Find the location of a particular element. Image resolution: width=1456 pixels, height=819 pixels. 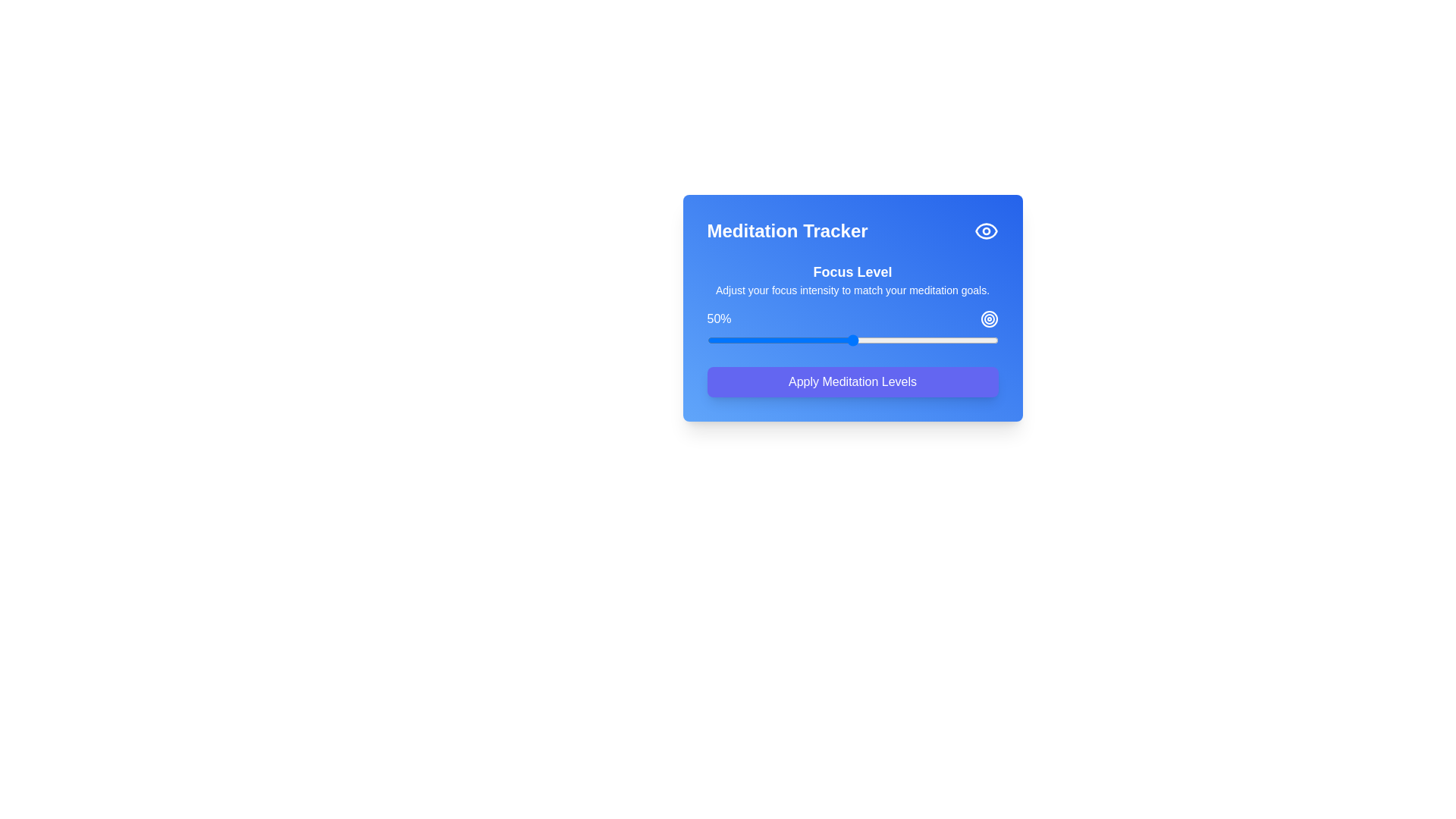

the focus level is located at coordinates (811, 339).